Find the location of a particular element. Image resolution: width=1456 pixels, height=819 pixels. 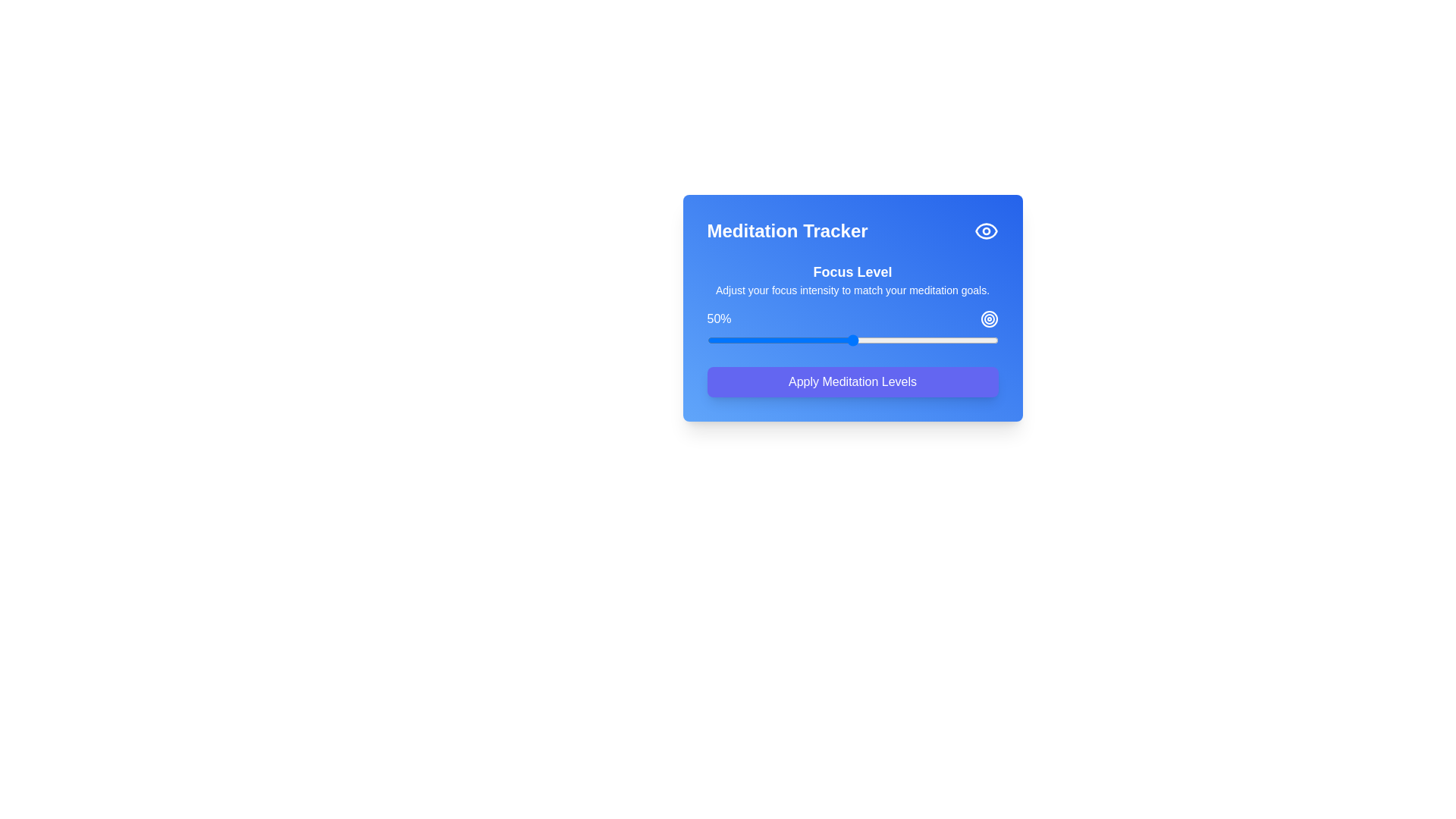

the focus level is located at coordinates (811, 339).